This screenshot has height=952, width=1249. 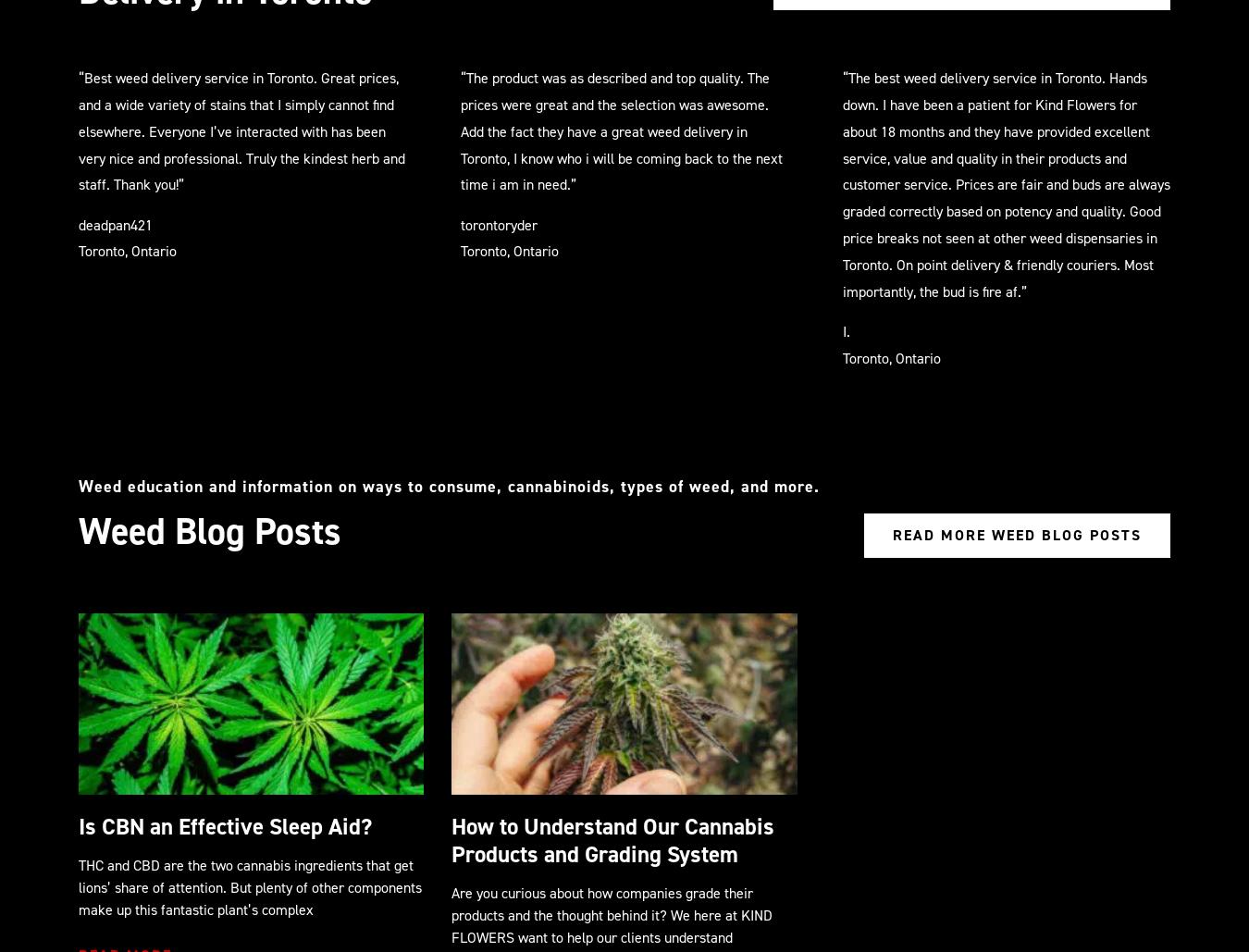 I want to click on 'Weed education and information on ways to consume, cannabinoids, types of weed, and more.', so click(x=448, y=484).